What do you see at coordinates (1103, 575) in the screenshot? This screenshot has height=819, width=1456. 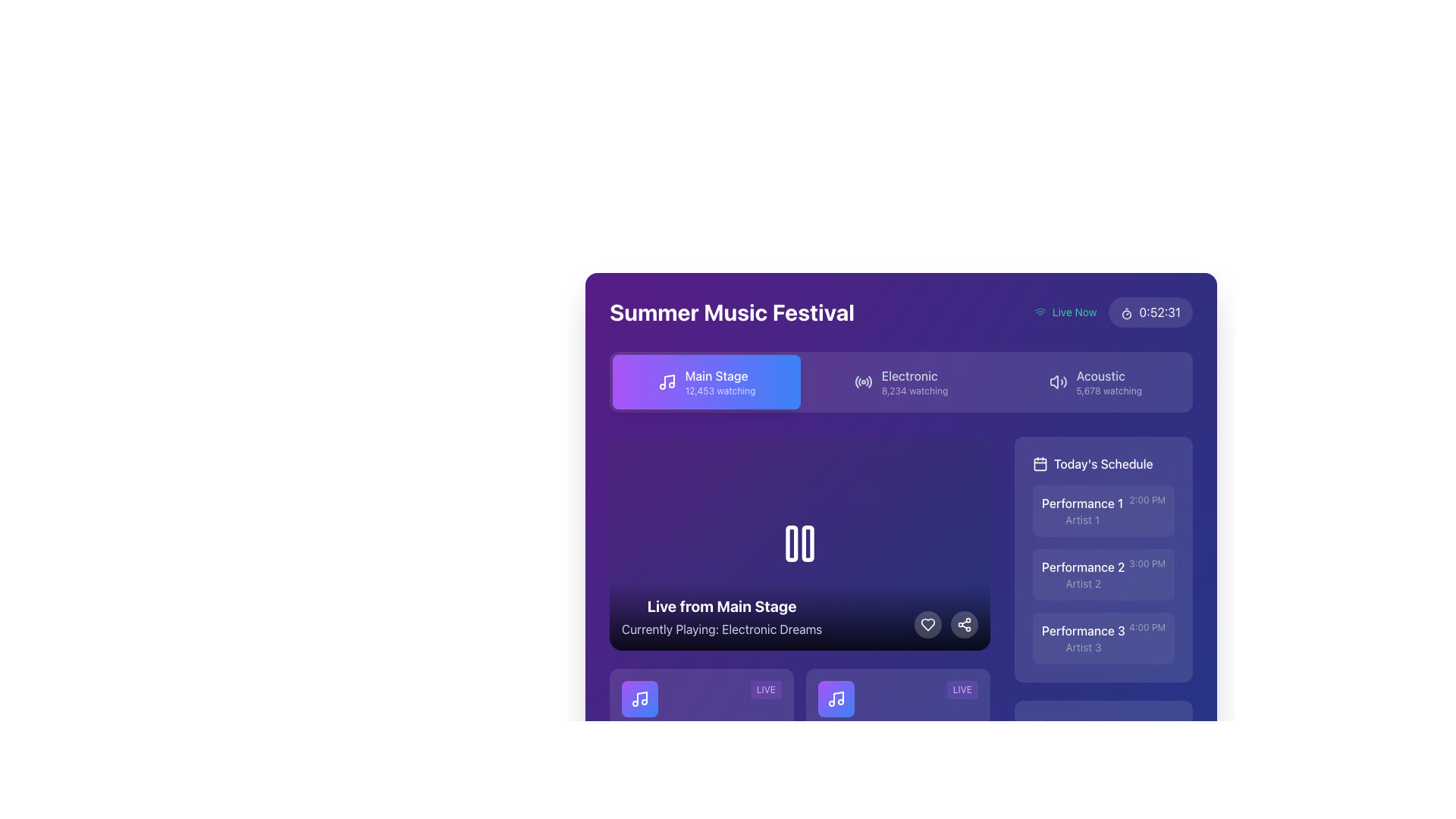 I see `the list item displaying 'Performance 2', which shows details for the second performance entry in today's schedule` at bounding box center [1103, 575].